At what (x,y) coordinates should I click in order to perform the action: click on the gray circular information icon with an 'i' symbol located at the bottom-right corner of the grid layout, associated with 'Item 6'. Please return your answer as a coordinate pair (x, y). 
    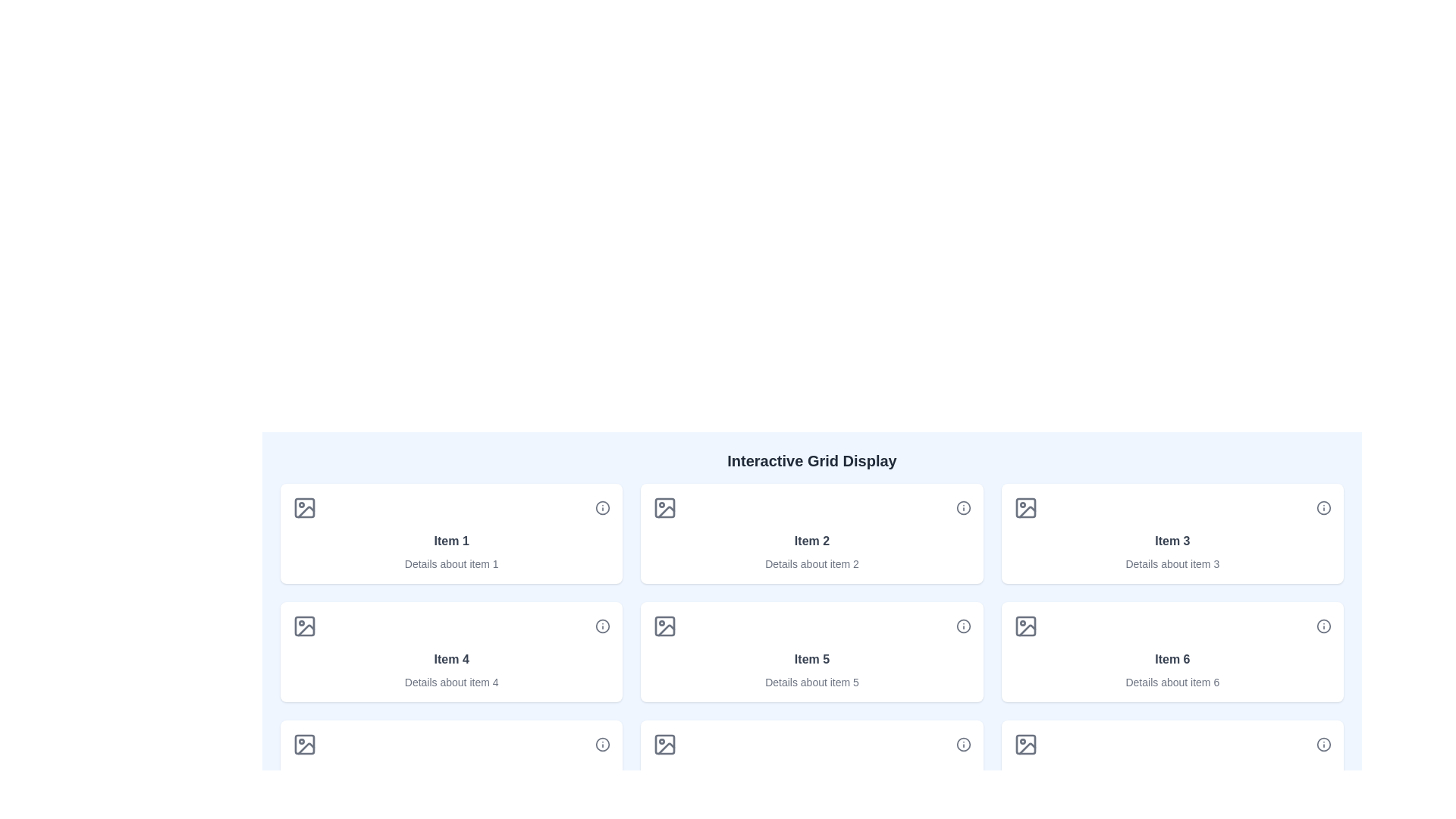
    Looking at the image, I should click on (962, 744).